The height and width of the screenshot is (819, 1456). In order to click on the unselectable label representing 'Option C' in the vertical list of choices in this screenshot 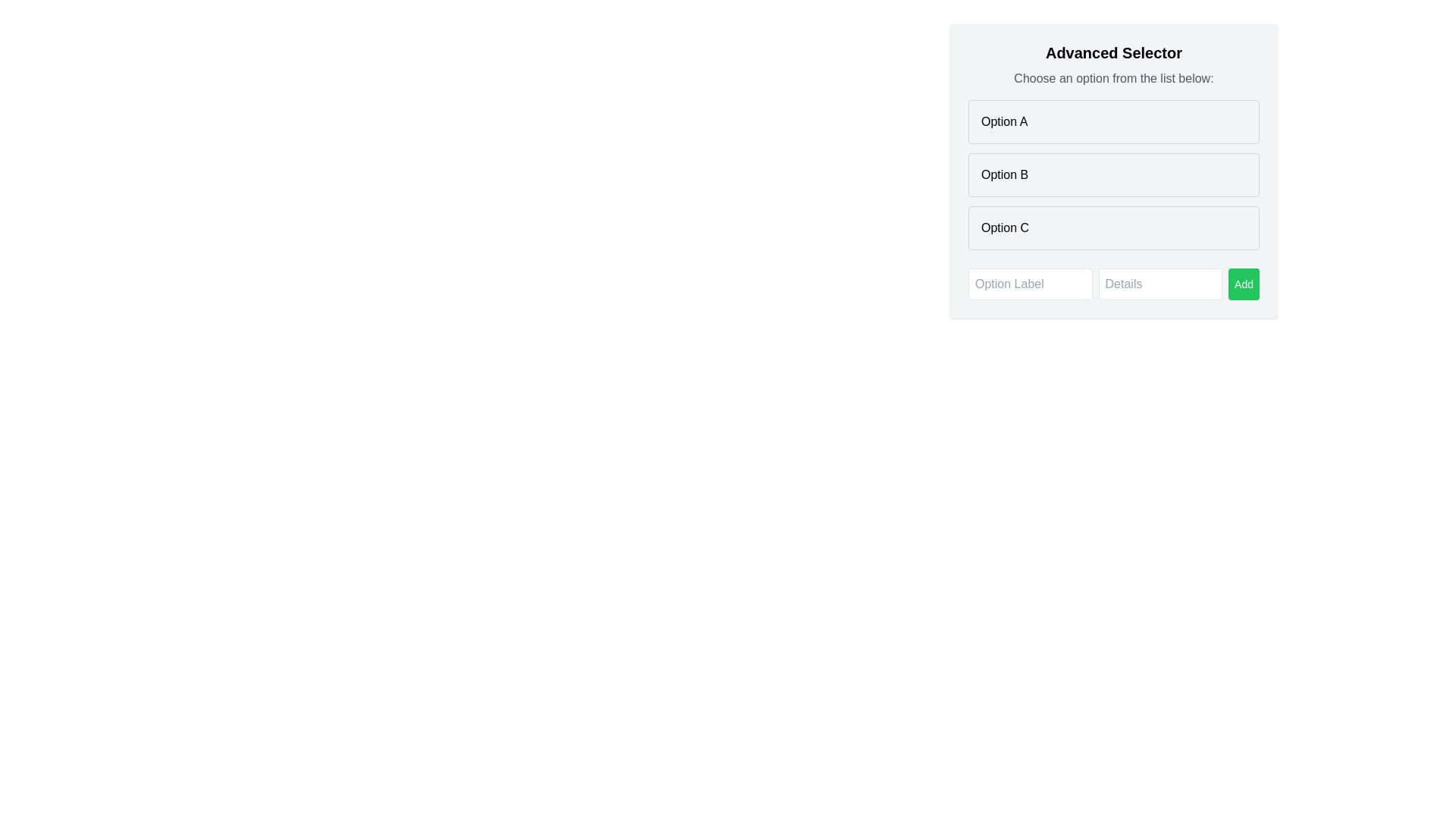, I will do `click(1005, 227)`.